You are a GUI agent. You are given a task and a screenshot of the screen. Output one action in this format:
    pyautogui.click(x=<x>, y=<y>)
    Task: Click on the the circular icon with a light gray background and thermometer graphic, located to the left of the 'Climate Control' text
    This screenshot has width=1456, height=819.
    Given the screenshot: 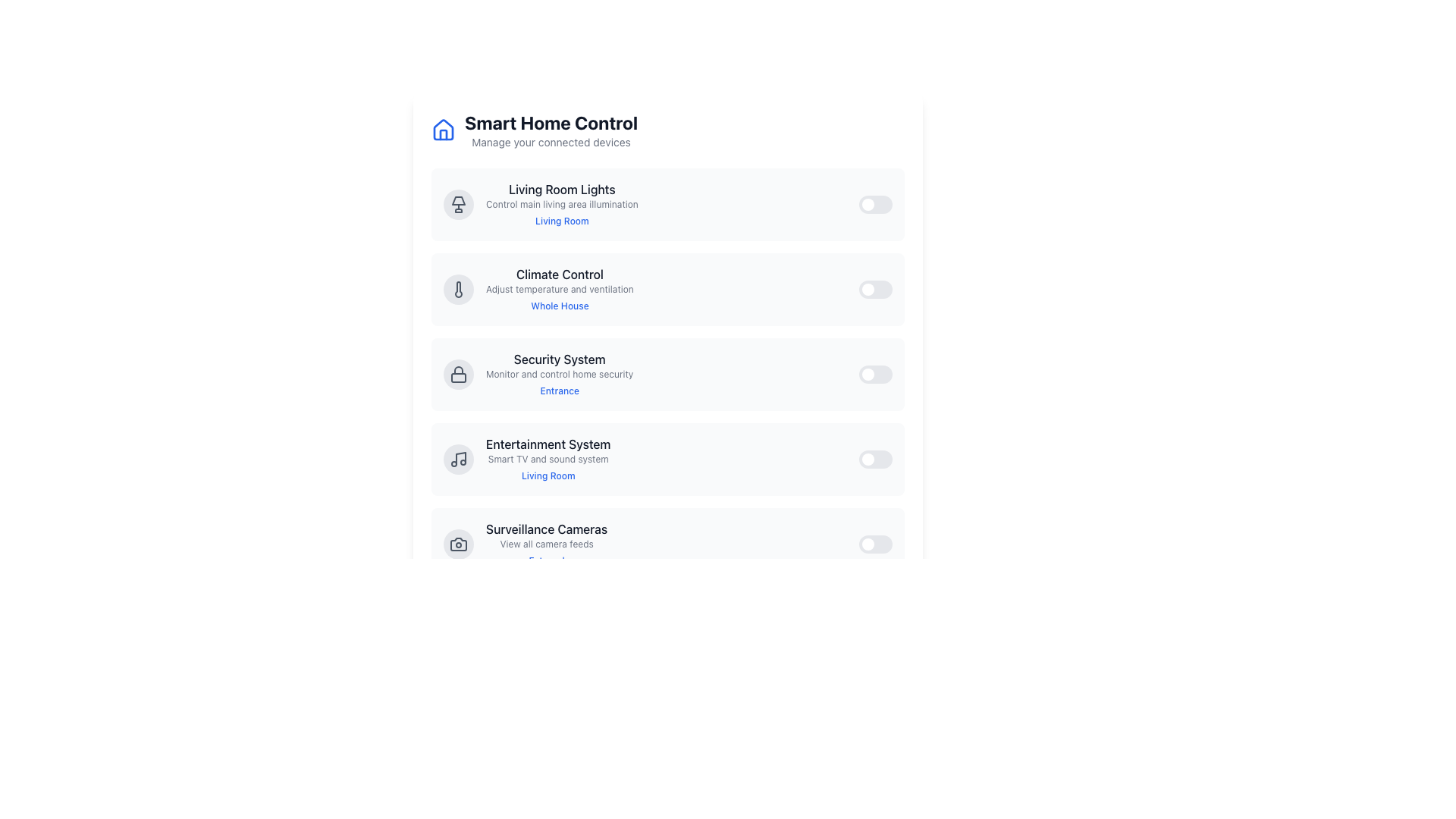 What is the action you would take?
    pyautogui.click(x=457, y=289)
    